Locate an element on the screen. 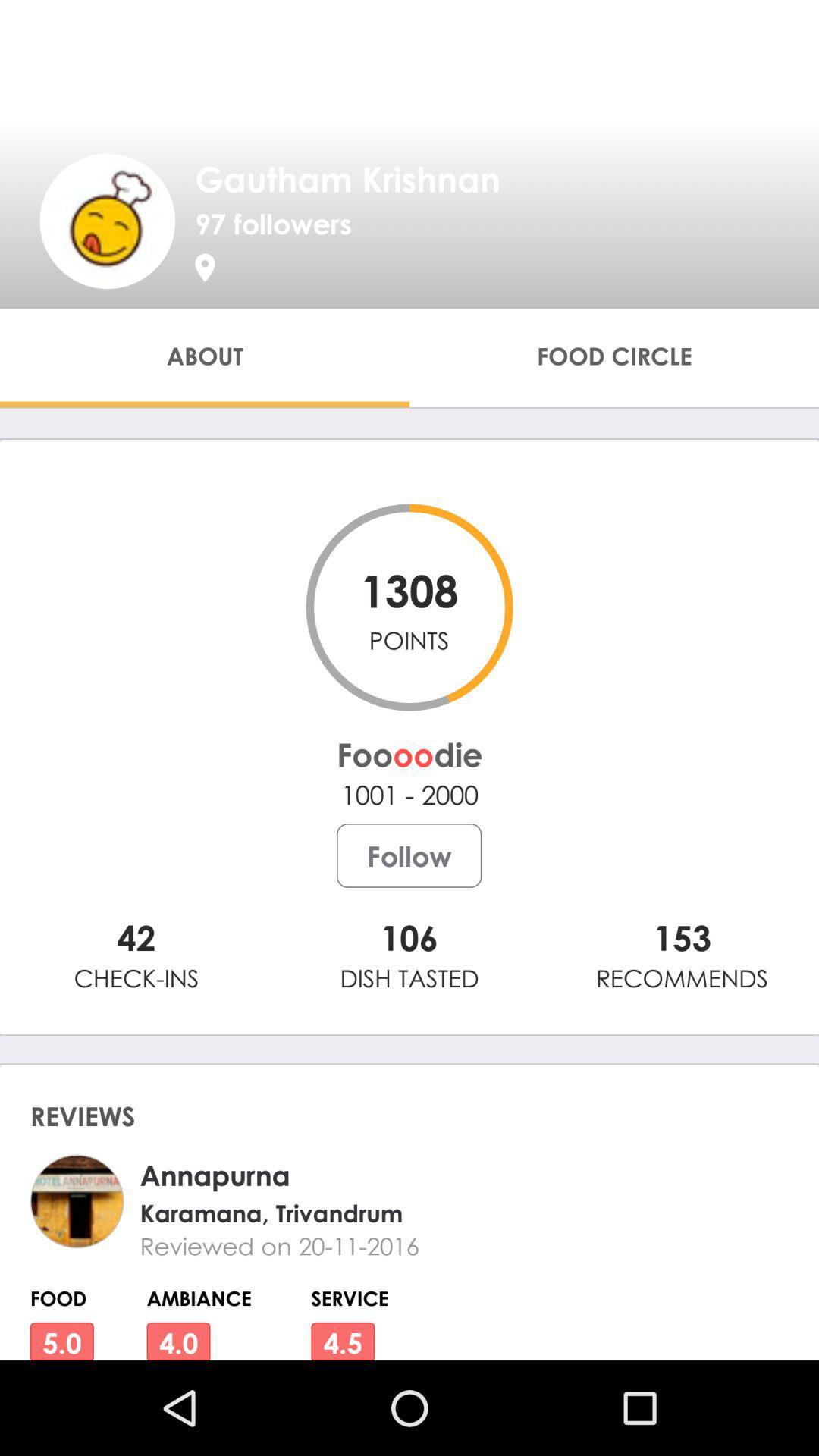 This screenshot has width=819, height=1456. the emoji icon is located at coordinates (106, 220).